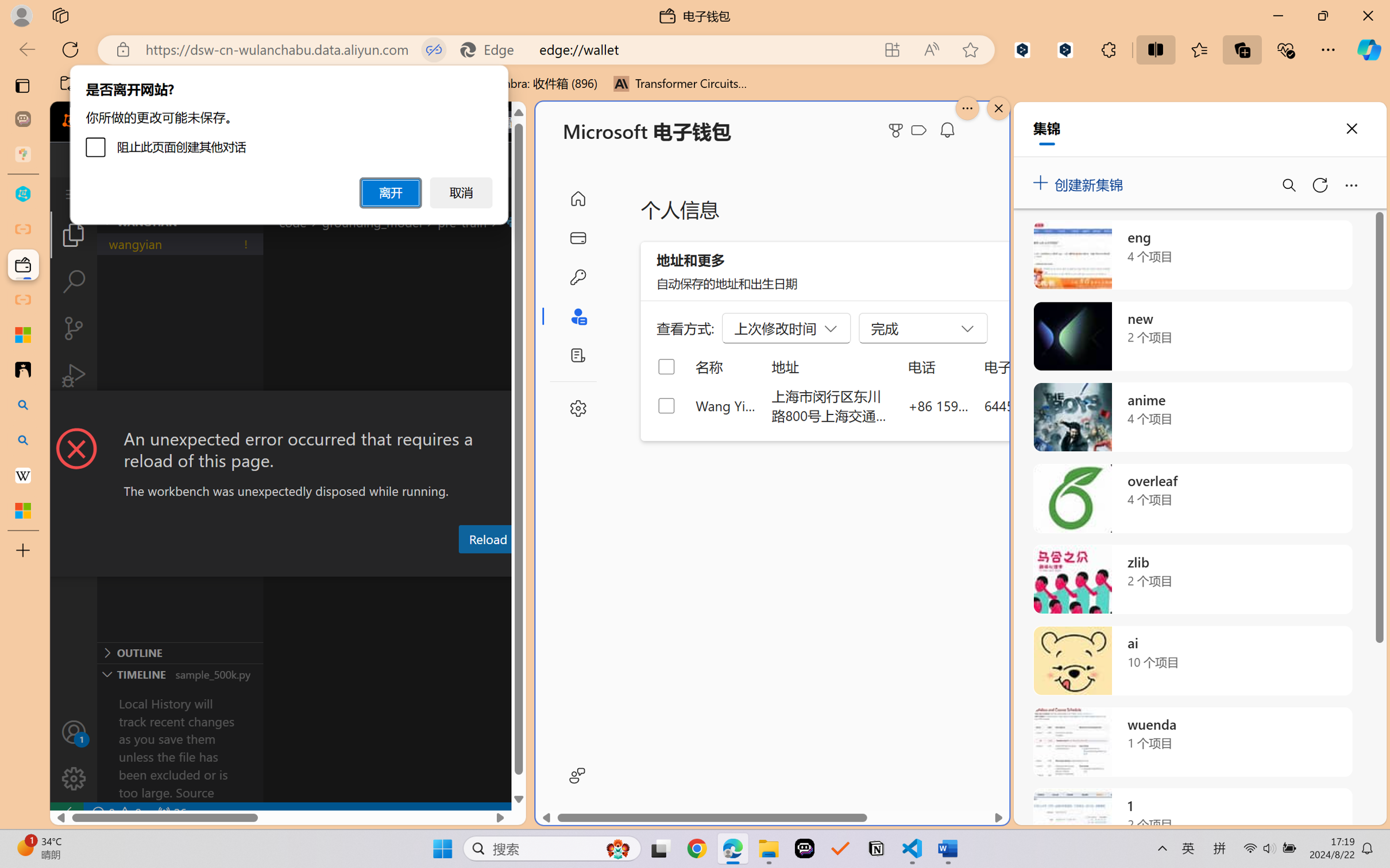  I want to click on 'Microsoft Rewards', so click(898, 130).